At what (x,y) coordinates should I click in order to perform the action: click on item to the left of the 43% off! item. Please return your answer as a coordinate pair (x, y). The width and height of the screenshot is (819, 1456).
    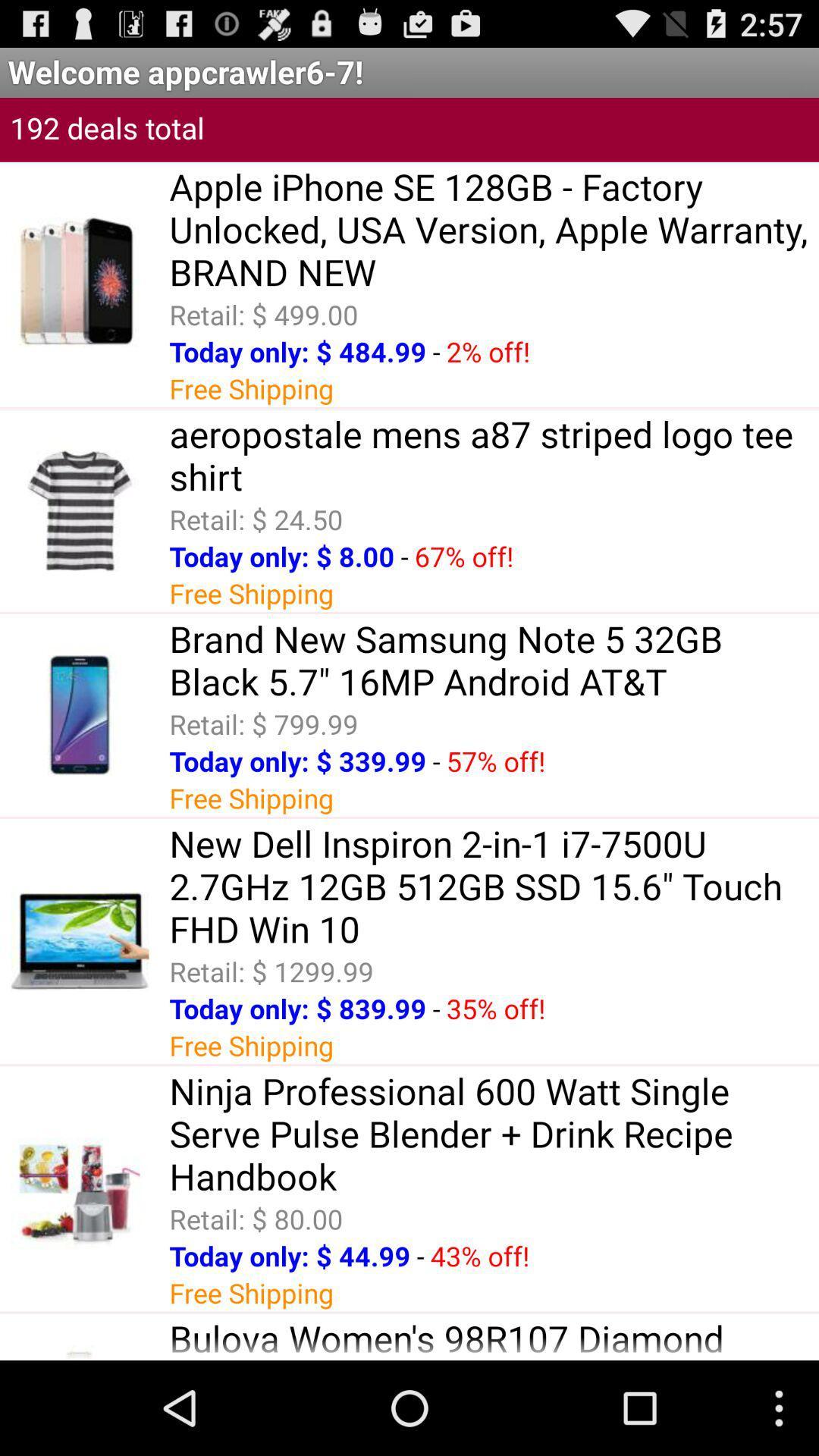
    Looking at the image, I should click on (420, 1256).